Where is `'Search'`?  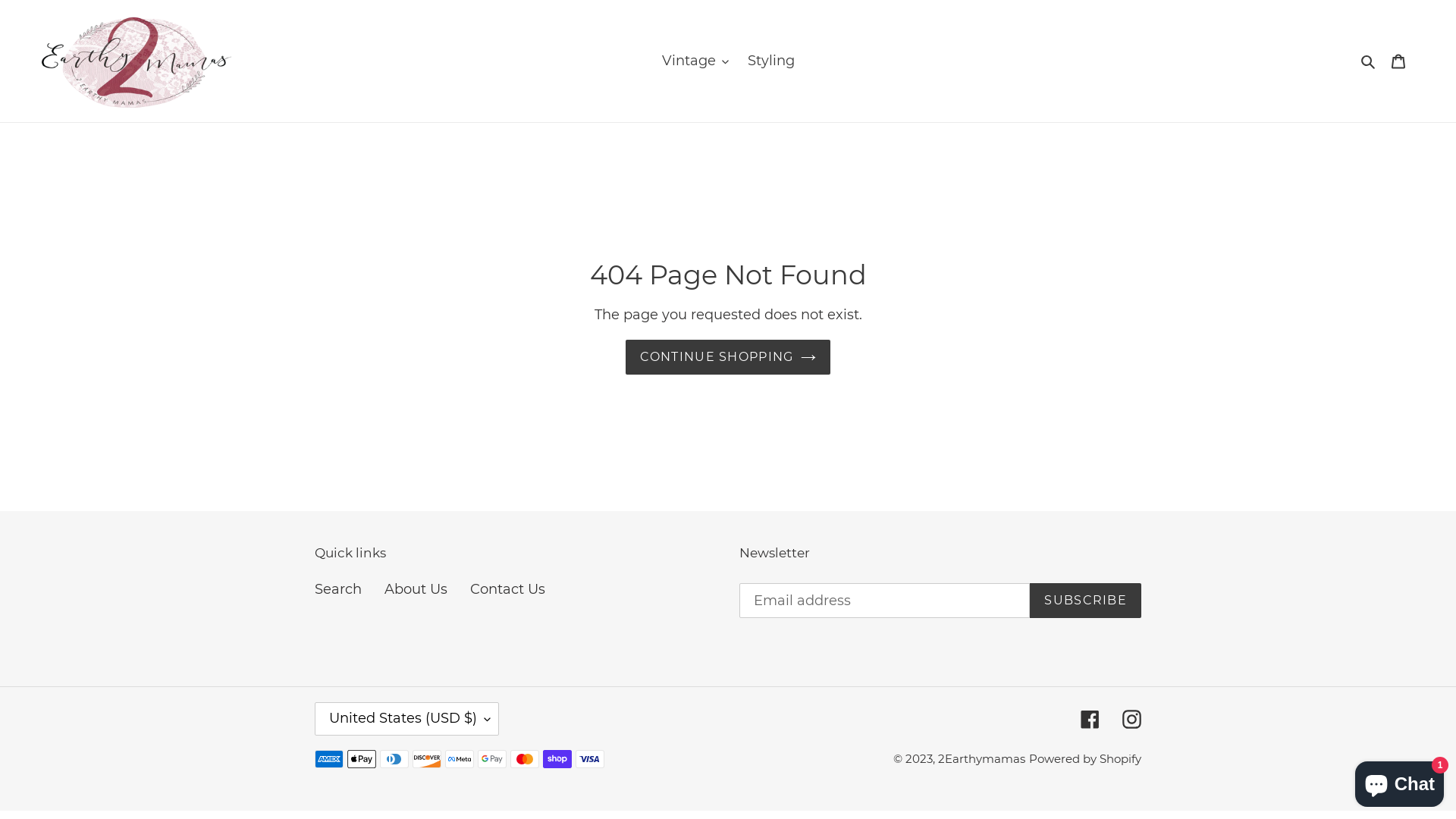 'Search' is located at coordinates (1369, 60).